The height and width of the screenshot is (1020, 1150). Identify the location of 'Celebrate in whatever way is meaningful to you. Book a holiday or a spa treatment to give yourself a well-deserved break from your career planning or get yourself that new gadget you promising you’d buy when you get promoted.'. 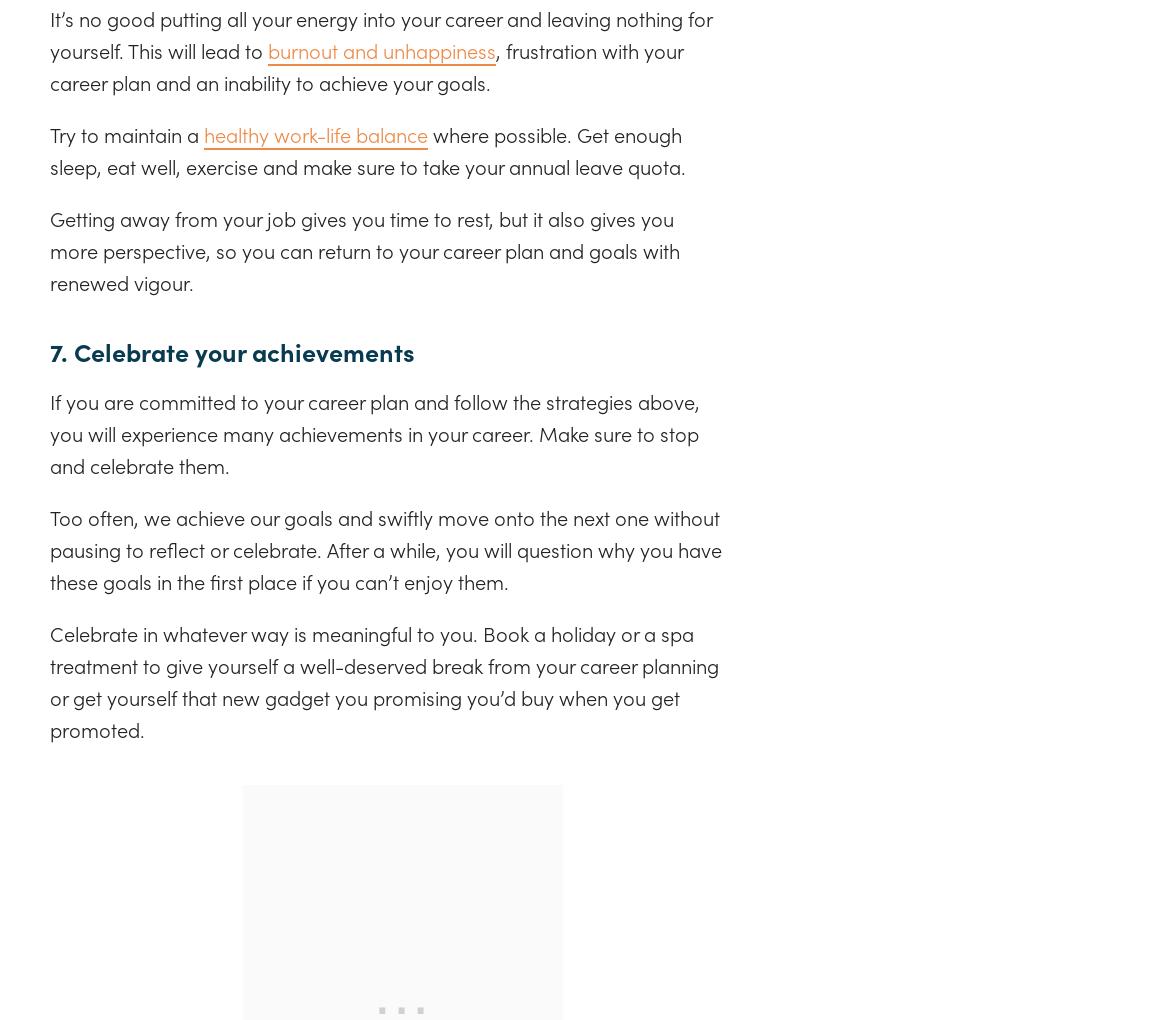
(384, 680).